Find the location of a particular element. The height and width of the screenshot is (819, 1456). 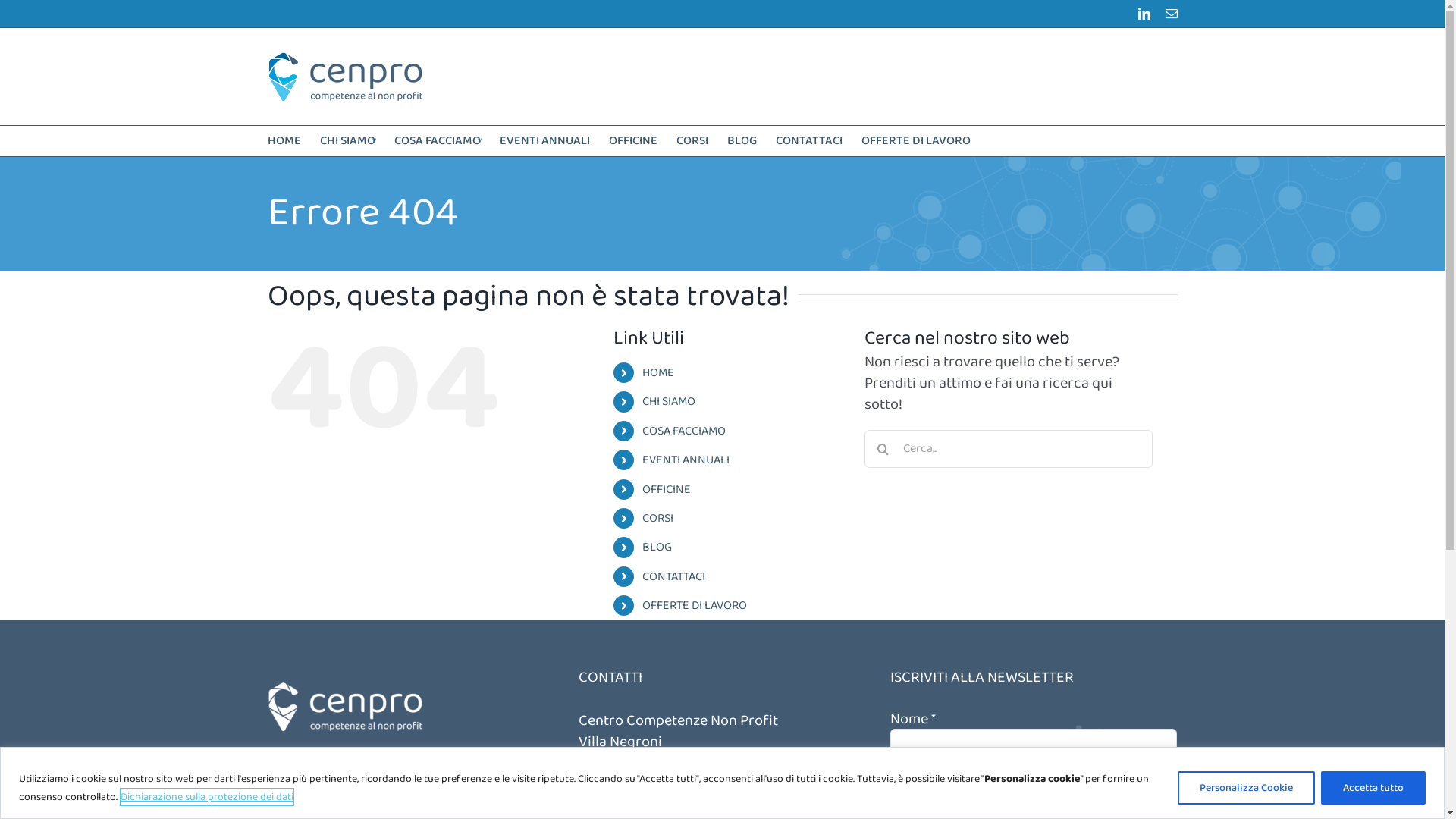

'CONTATTACI' is located at coordinates (807, 140).